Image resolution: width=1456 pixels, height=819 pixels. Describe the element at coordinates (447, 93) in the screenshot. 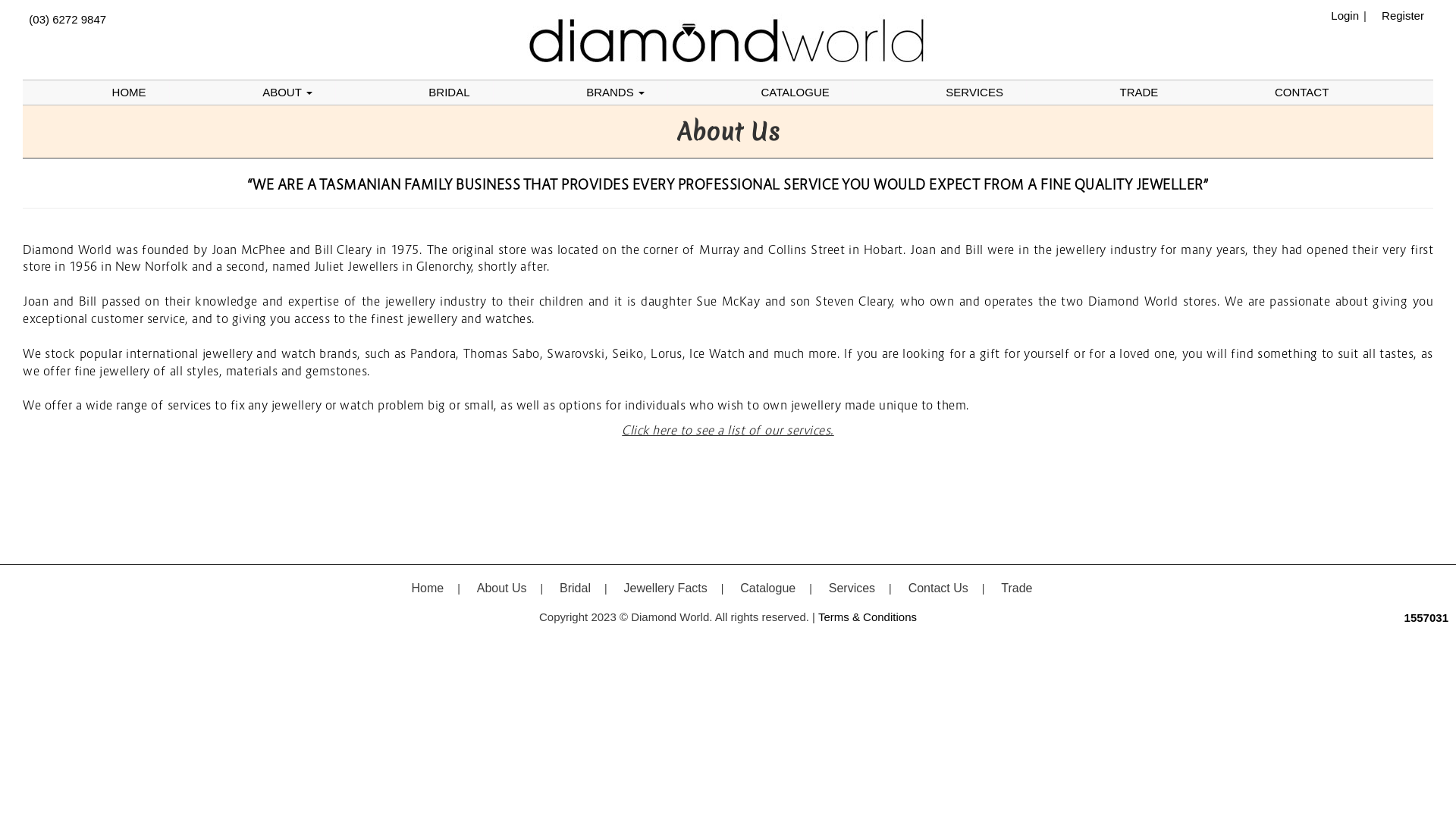

I see `'BRIDAL'` at that location.